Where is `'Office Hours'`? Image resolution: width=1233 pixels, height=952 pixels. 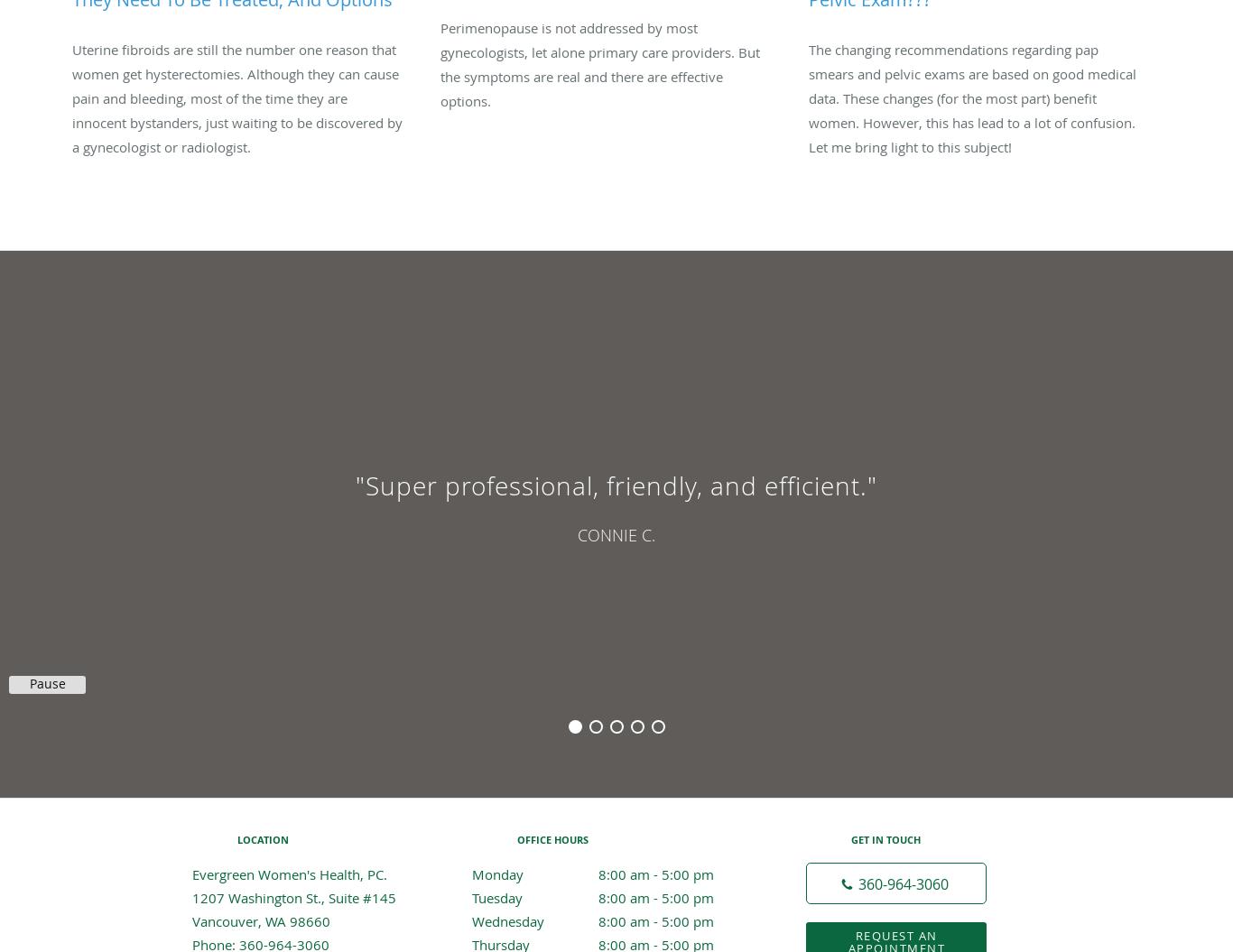
'Office Hours' is located at coordinates (552, 837).